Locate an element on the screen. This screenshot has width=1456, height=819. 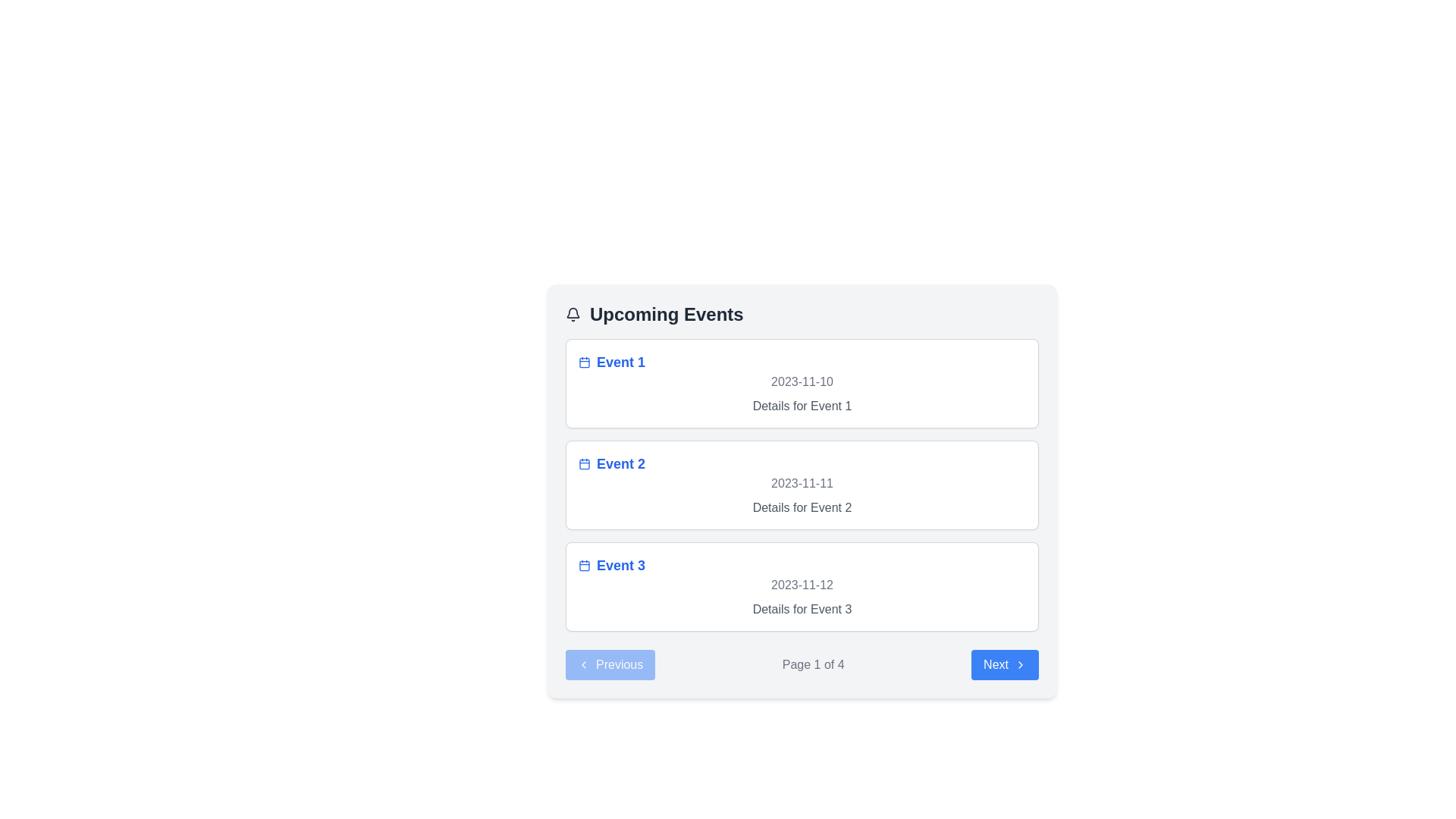
the calendar icon located next to the 'Event 2' title in the second row of the list by moving the cursor to its center point is located at coordinates (584, 463).